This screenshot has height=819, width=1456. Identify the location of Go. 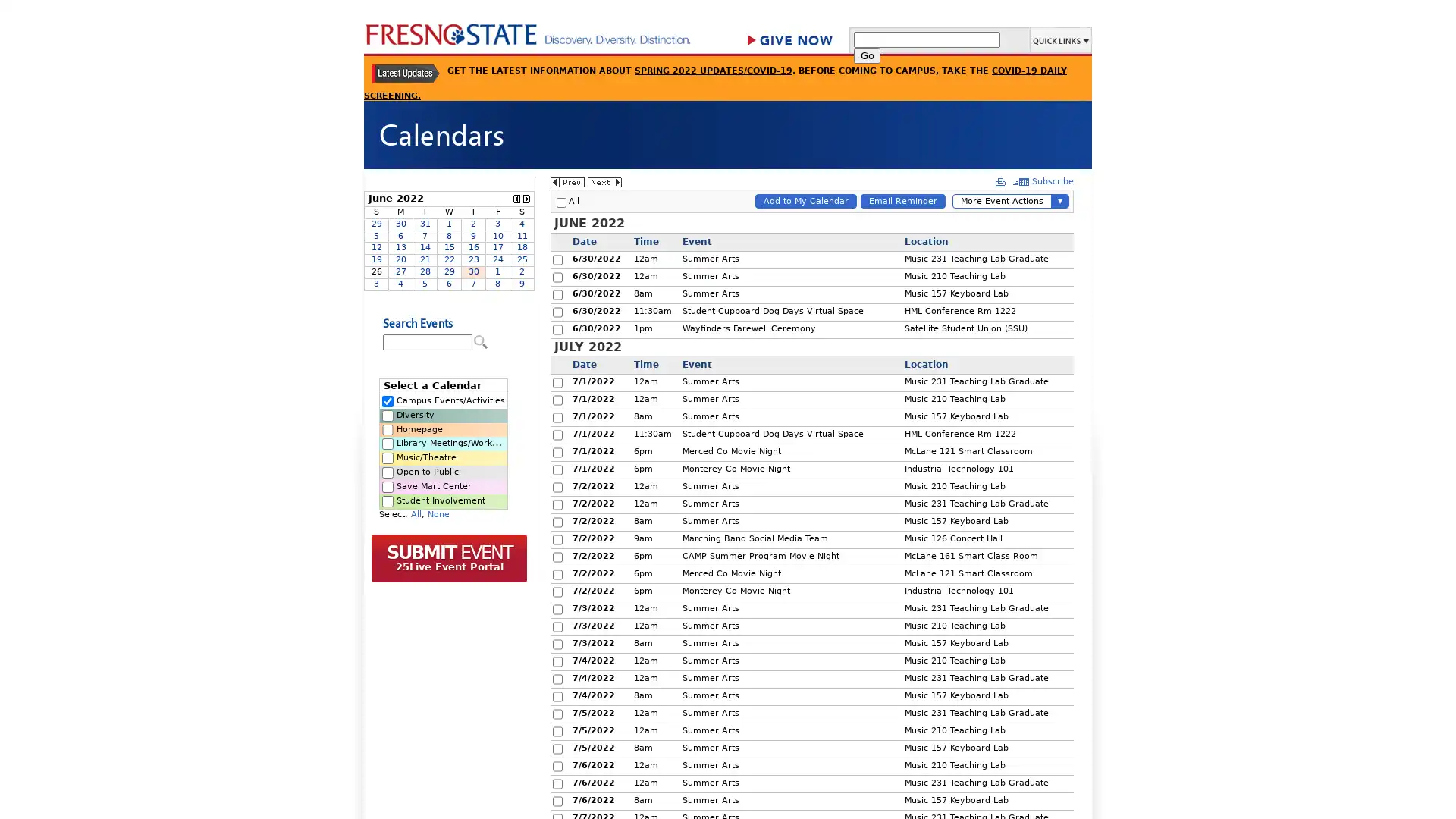
(867, 55).